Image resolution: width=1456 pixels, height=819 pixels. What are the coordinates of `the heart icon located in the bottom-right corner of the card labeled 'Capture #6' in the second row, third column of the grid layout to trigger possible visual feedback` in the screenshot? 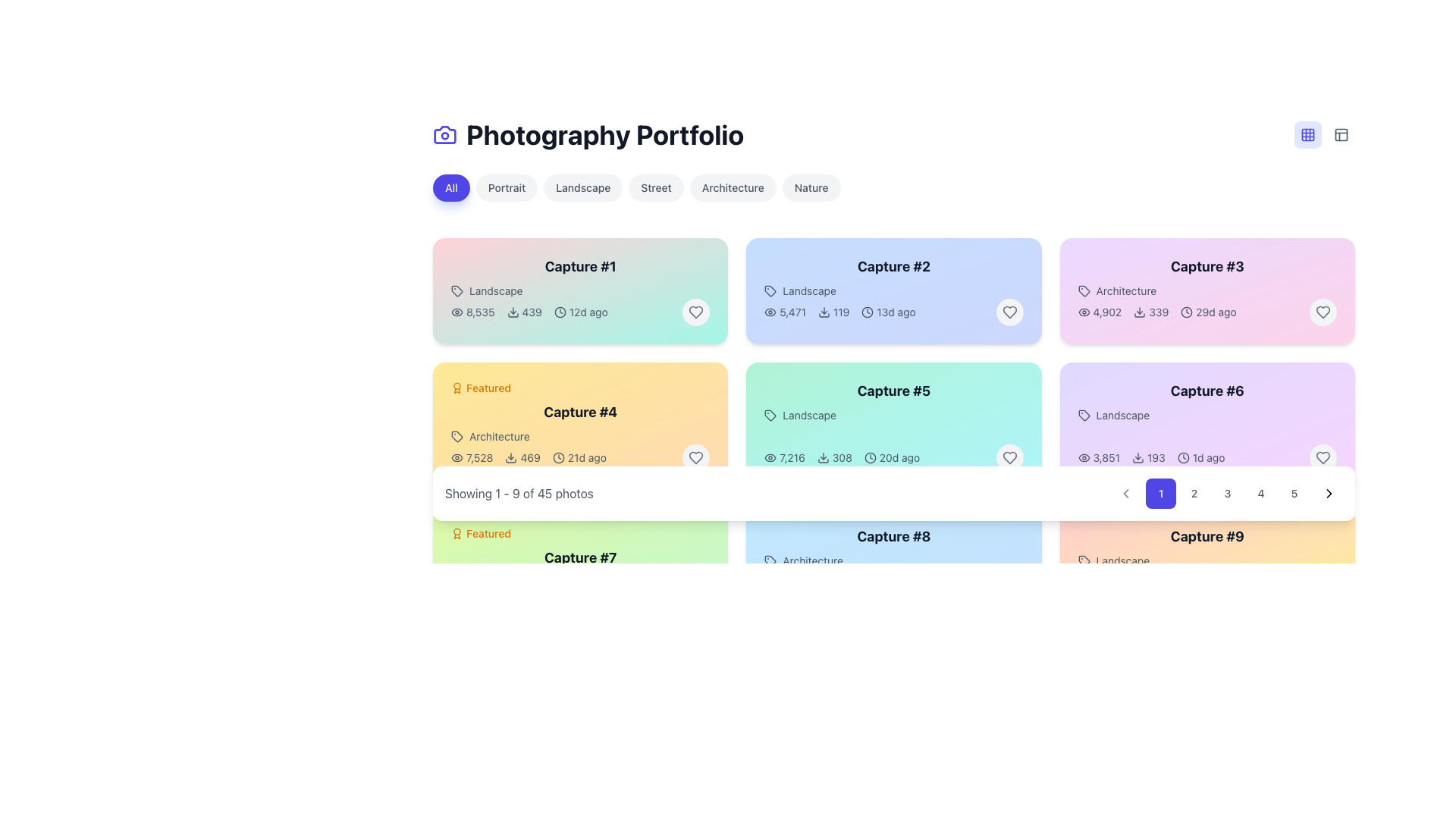 It's located at (1323, 457).